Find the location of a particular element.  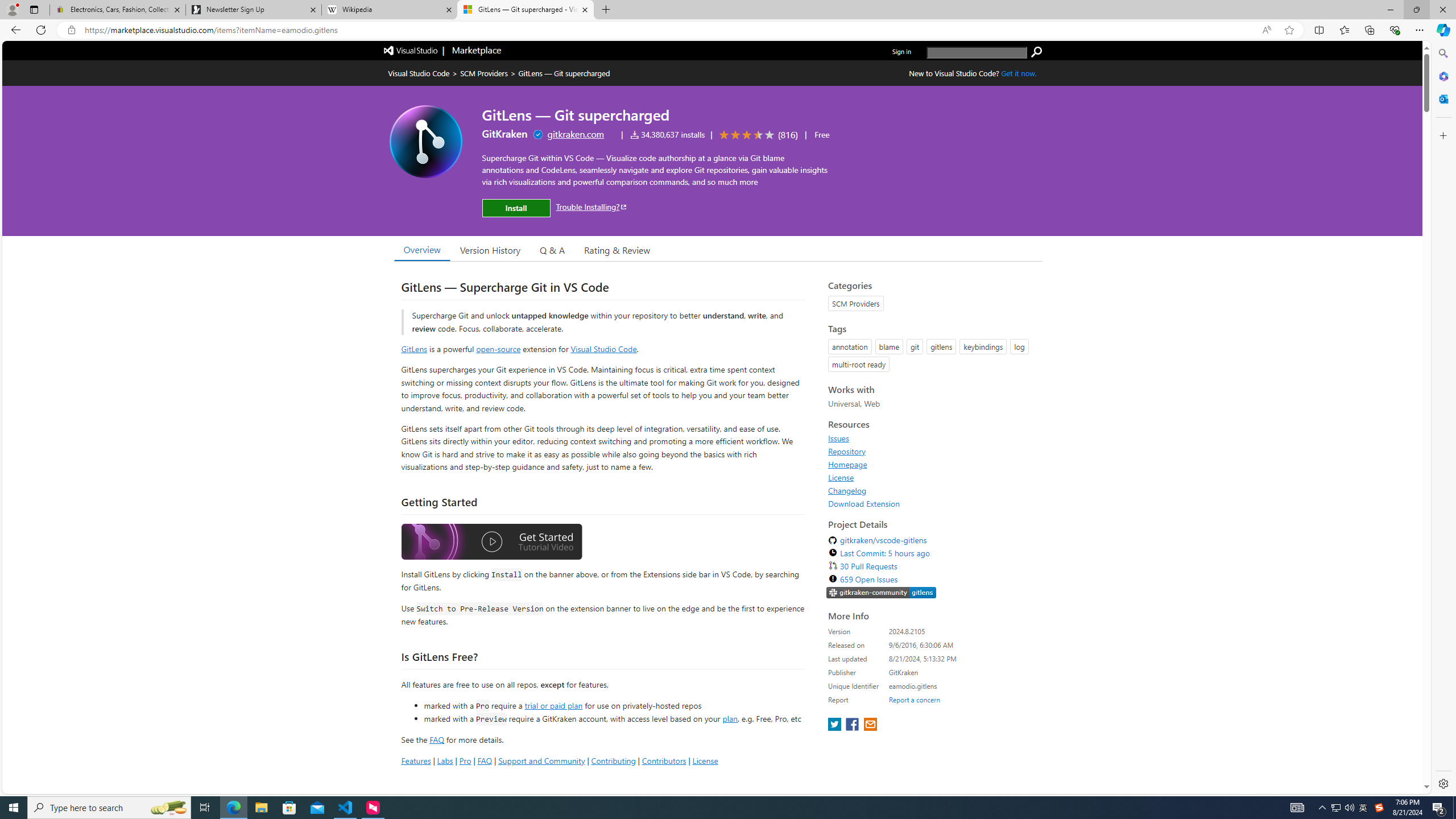

'Newsletter Sign Up' is located at coordinates (253, 9).